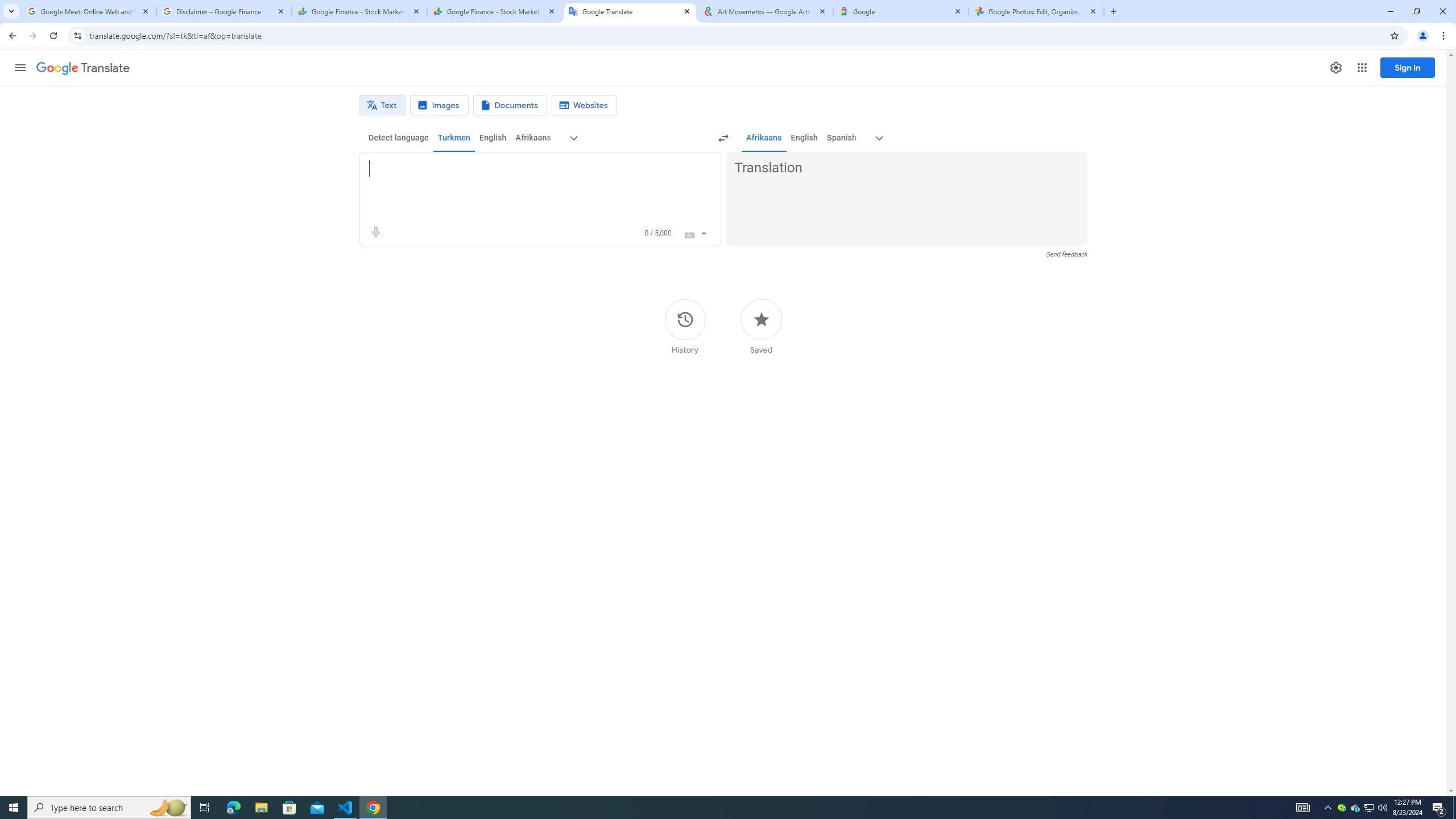 This screenshot has height=819, width=1456. I want to click on 'Swap languages (Ctrl+Shift+S)', so click(723, 138).